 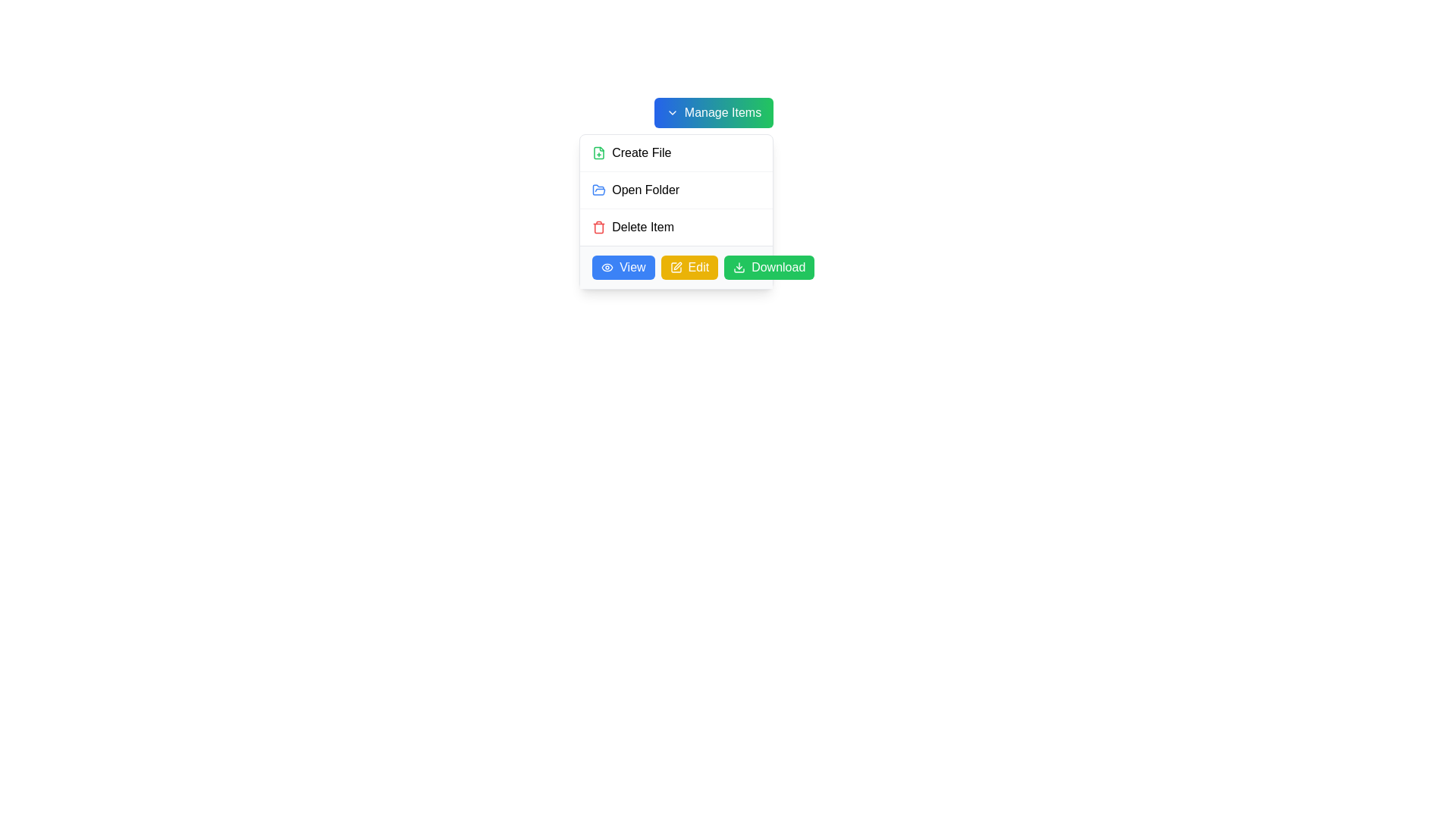 I want to click on the second button in the horizontal row of three buttons, so click(x=689, y=267).